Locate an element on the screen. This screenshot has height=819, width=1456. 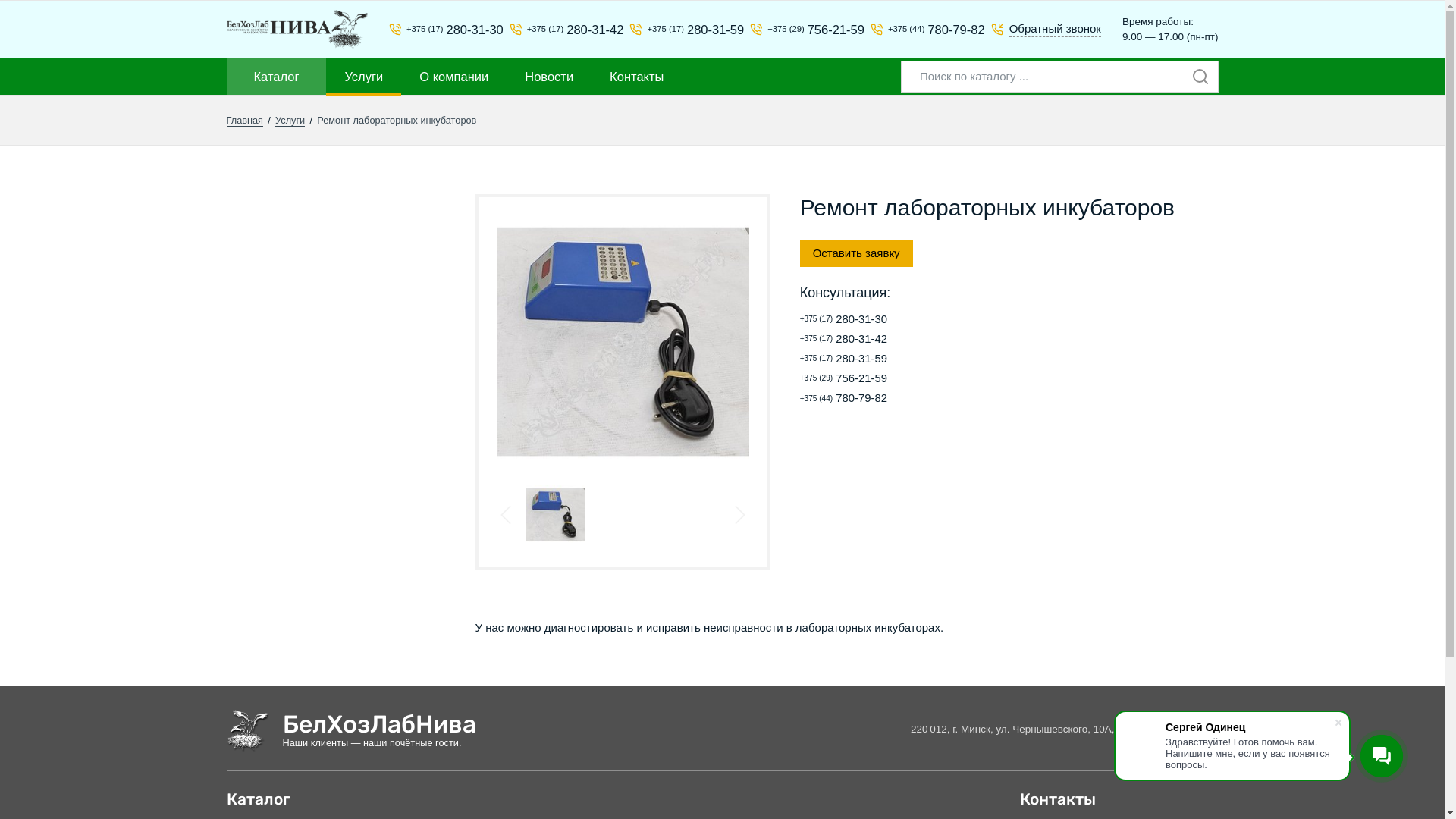
'+375 (44) is located at coordinates (870, 30).